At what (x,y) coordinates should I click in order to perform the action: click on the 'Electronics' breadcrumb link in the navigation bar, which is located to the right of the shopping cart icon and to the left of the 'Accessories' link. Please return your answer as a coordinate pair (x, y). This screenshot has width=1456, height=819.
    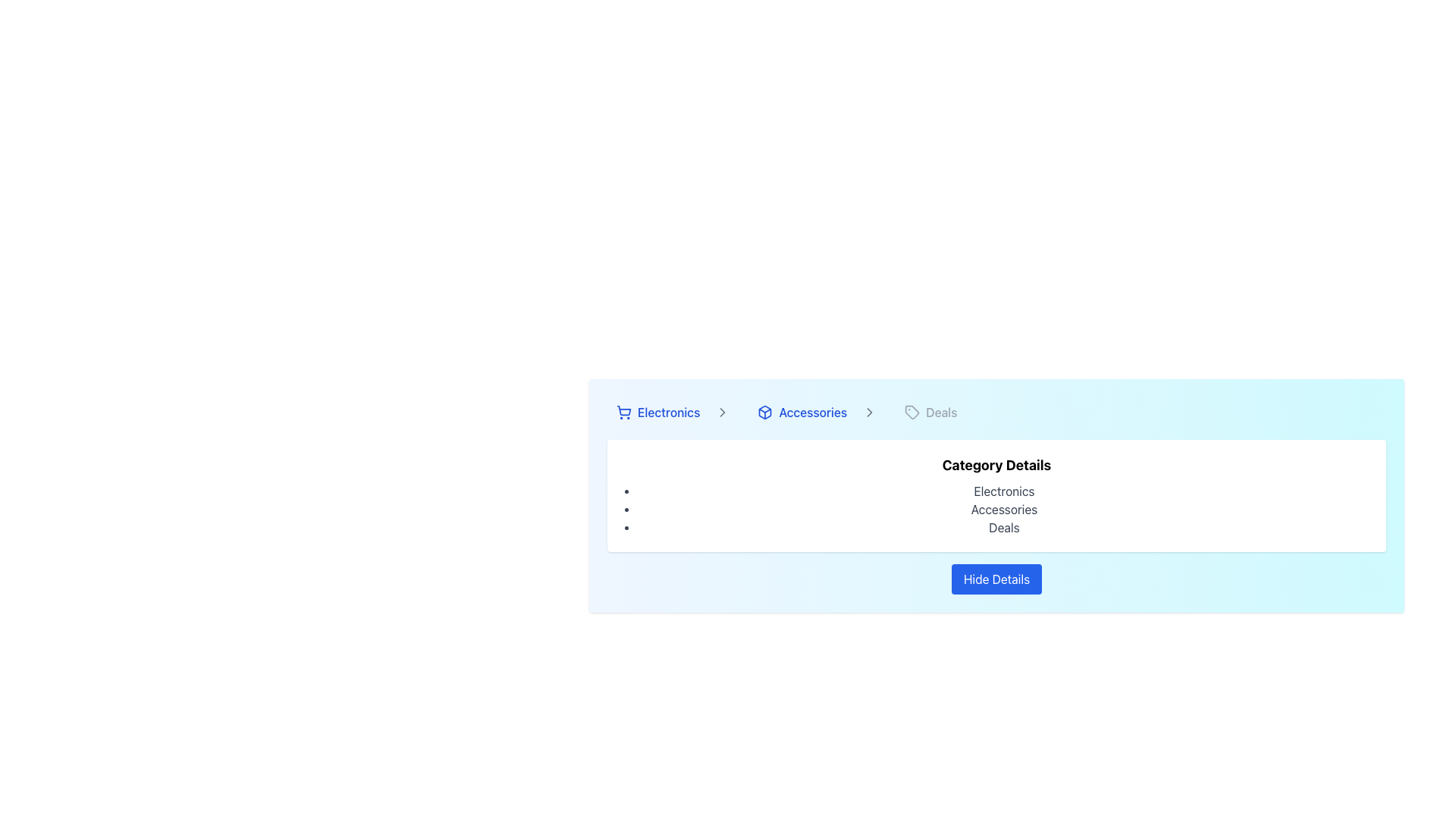
    Looking at the image, I should click on (668, 412).